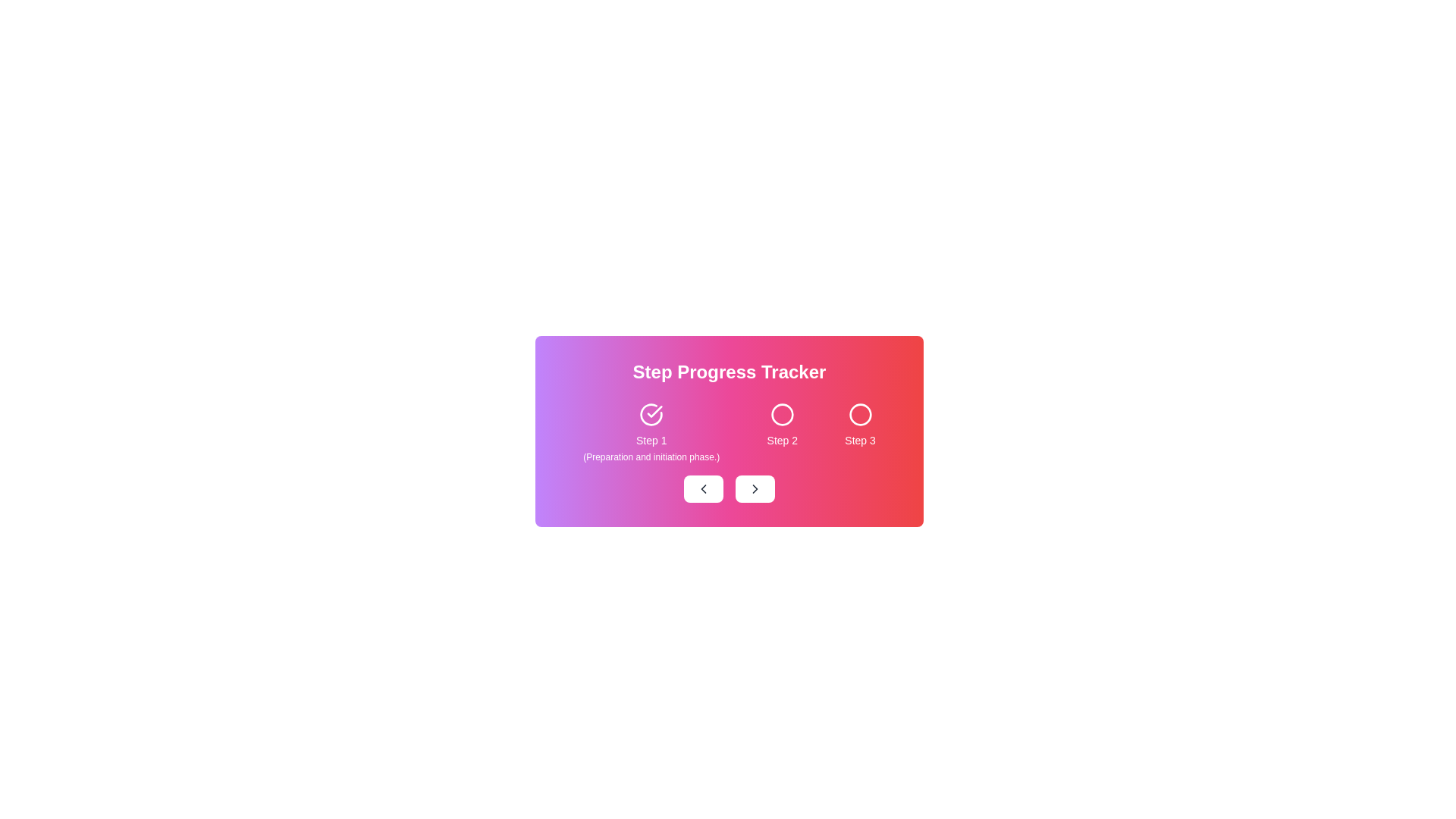  I want to click on the Step 2 circular icon in the progress tracker, so click(782, 415).